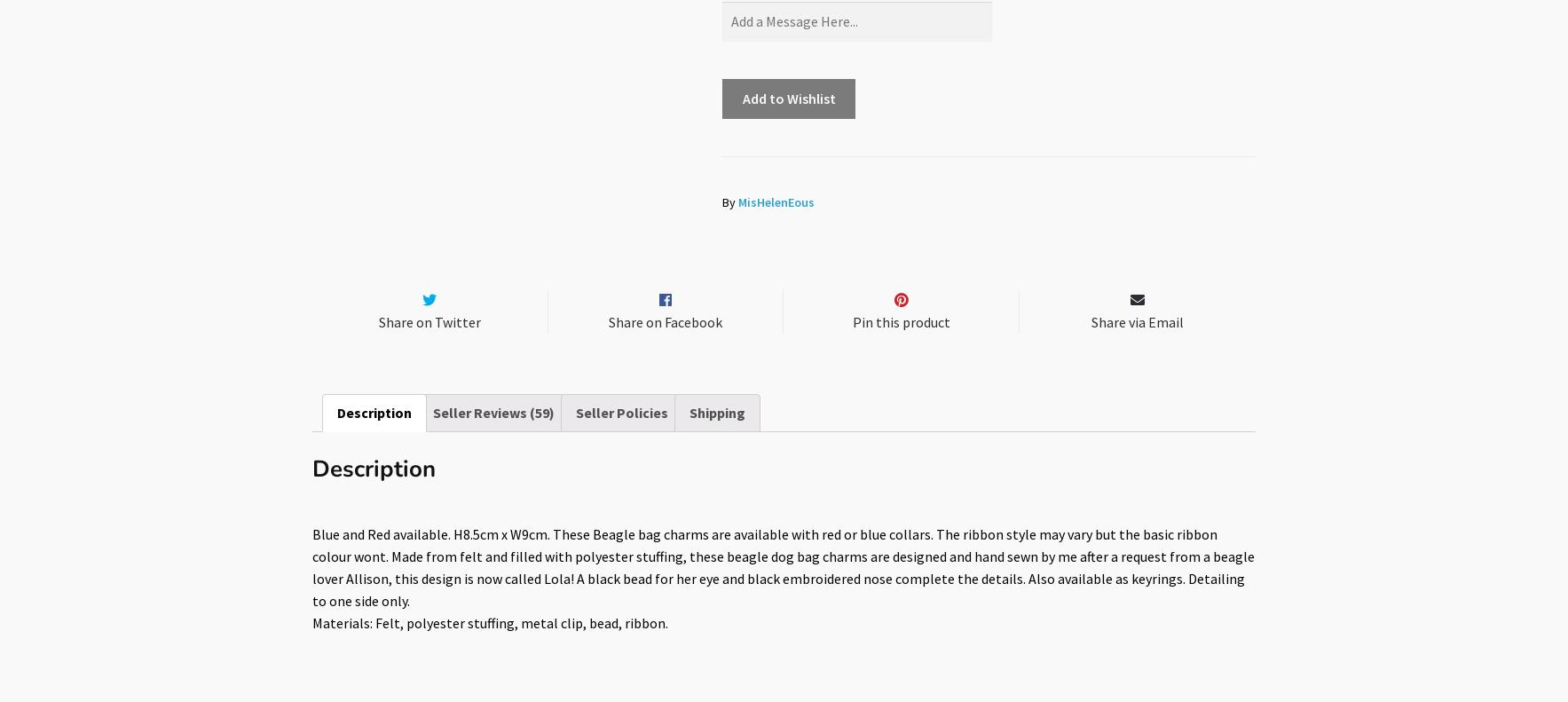  I want to click on 'Share on Facebook', so click(607, 320).